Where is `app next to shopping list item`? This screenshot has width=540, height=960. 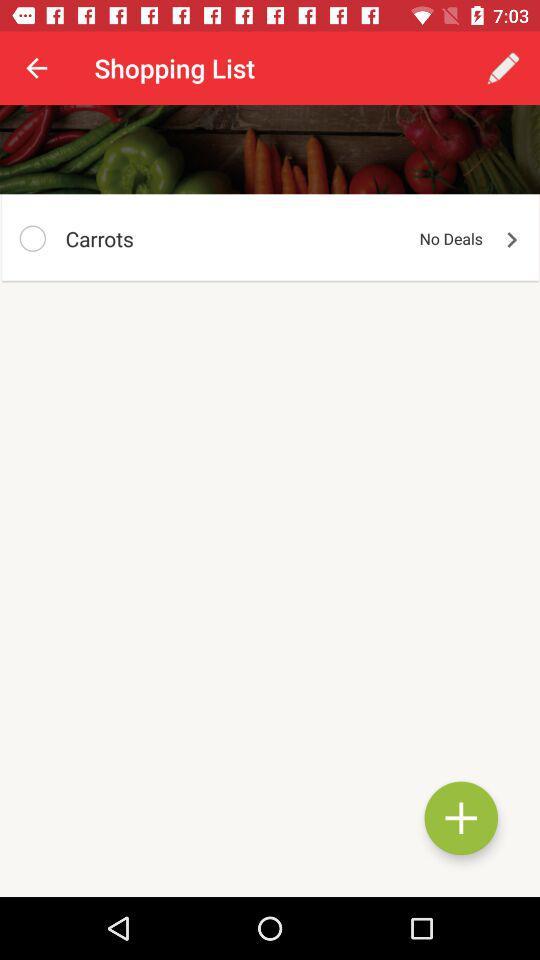
app next to shopping list item is located at coordinates (36, 68).